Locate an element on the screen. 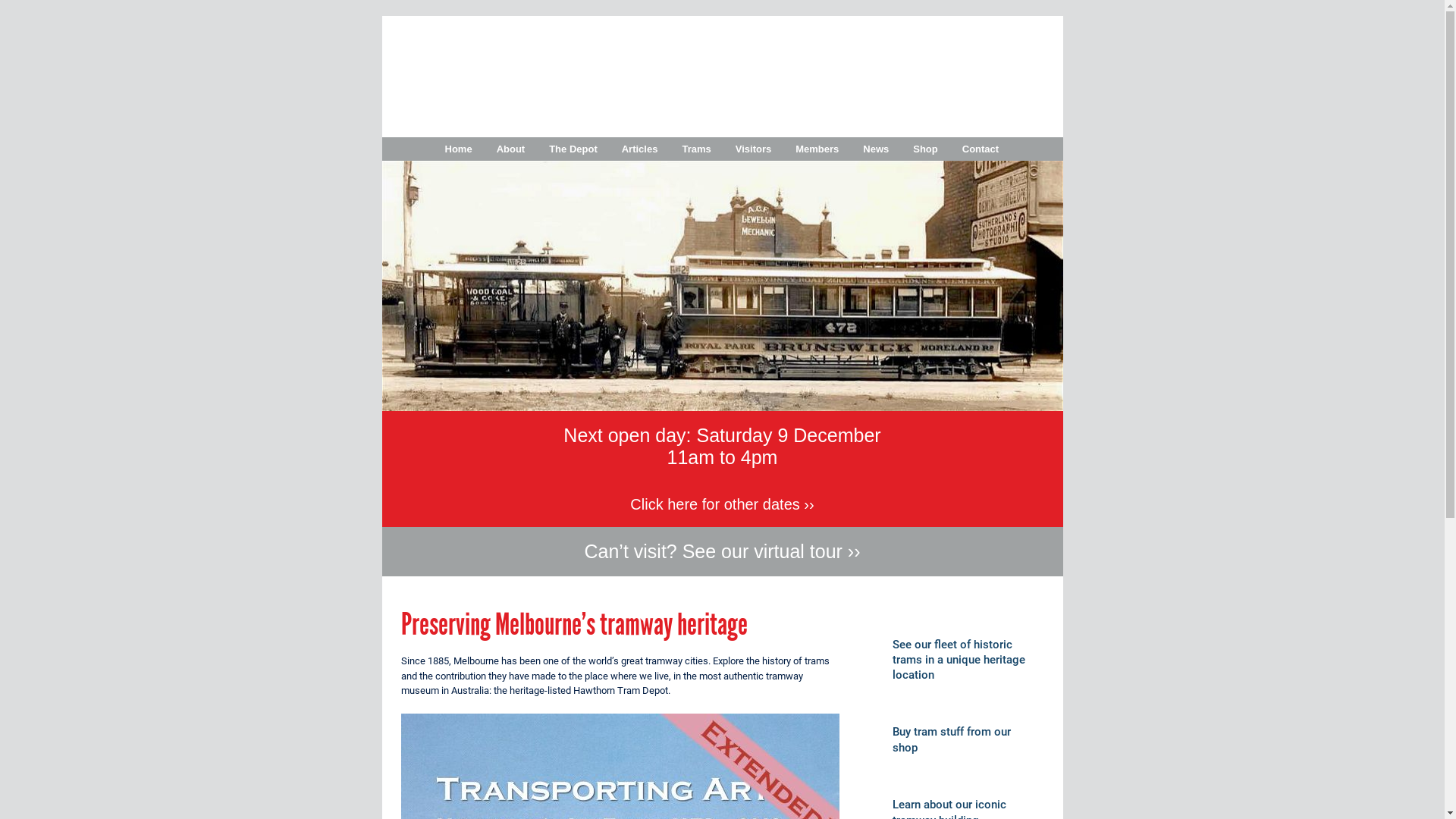 Image resolution: width=1456 pixels, height=819 pixels. 'Follow Melbourne Tram Museum on Tumblr' is located at coordinates (1433, 184).